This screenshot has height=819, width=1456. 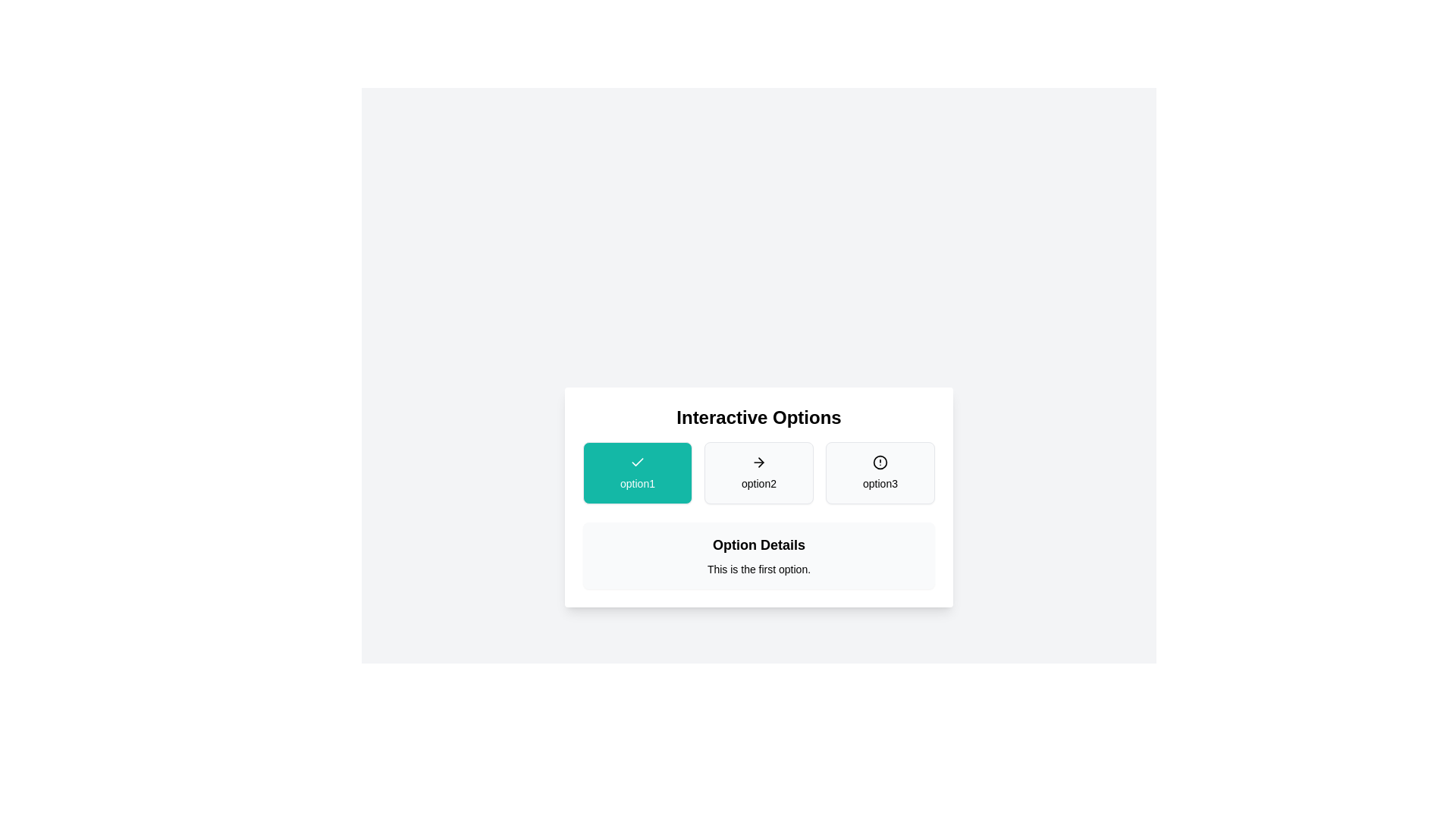 I want to click on the checkmark icon with a teal background located above the 'option1' text to interact with it, so click(x=637, y=461).